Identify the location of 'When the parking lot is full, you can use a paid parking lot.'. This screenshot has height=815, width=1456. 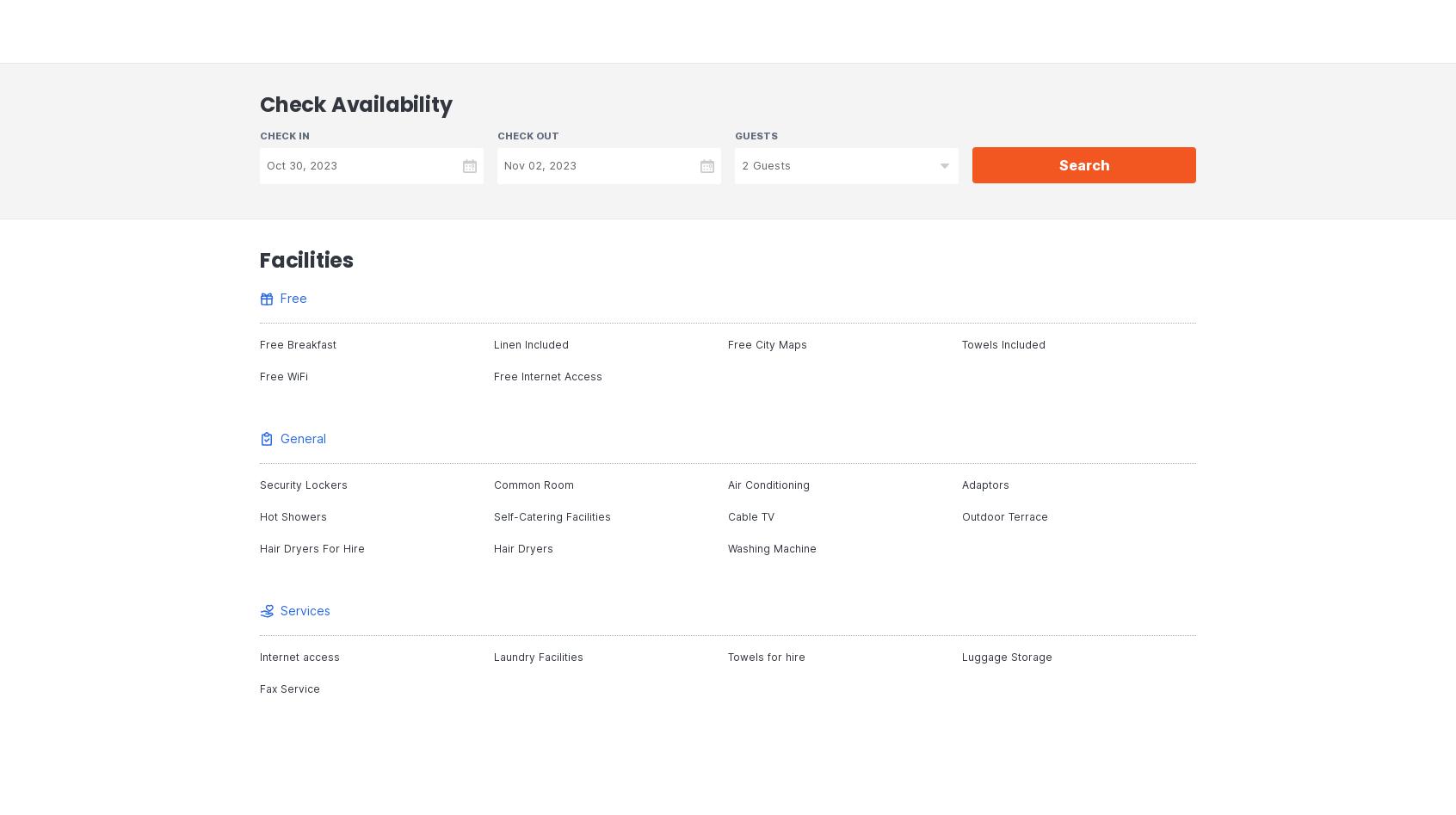
(507, 353).